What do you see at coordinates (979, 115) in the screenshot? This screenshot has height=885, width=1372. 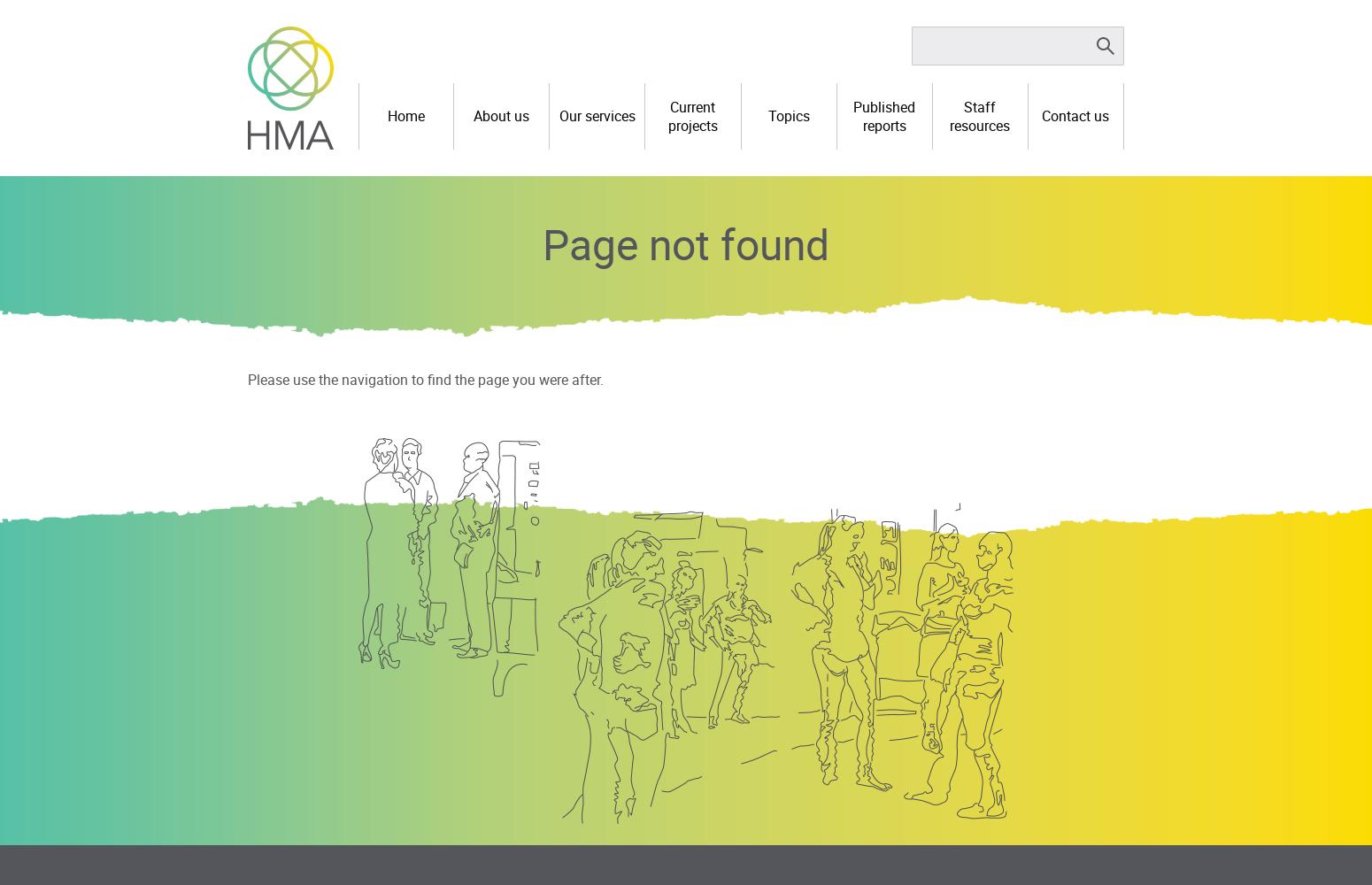 I see `'Staff resources'` at bounding box center [979, 115].